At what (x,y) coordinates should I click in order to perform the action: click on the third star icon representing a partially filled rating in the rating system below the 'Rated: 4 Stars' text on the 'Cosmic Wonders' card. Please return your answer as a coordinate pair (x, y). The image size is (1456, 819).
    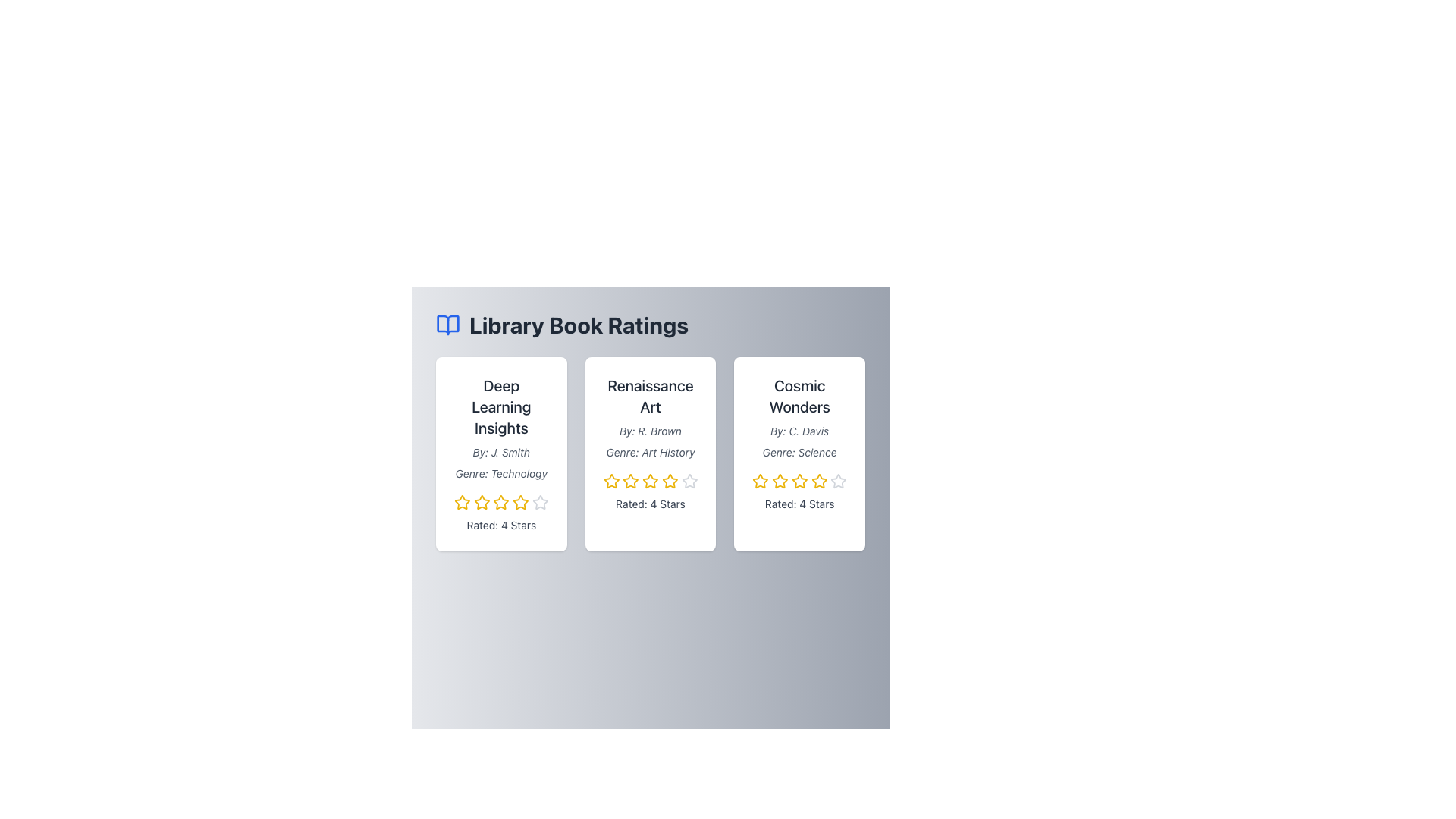
    Looking at the image, I should click on (818, 481).